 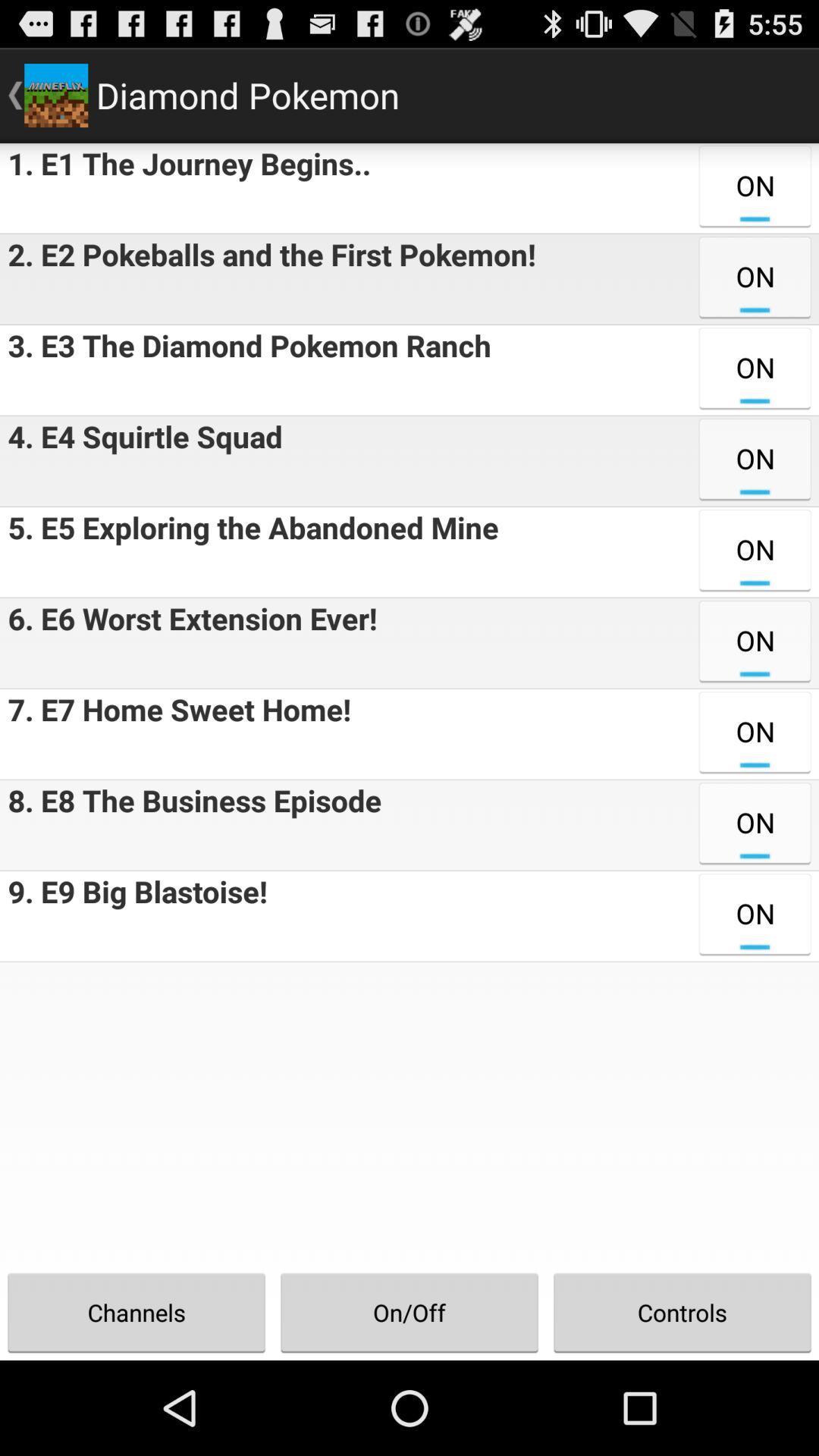 What do you see at coordinates (681, 1312) in the screenshot?
I see `the icon below on icon` at bounding box center [681, 1312].